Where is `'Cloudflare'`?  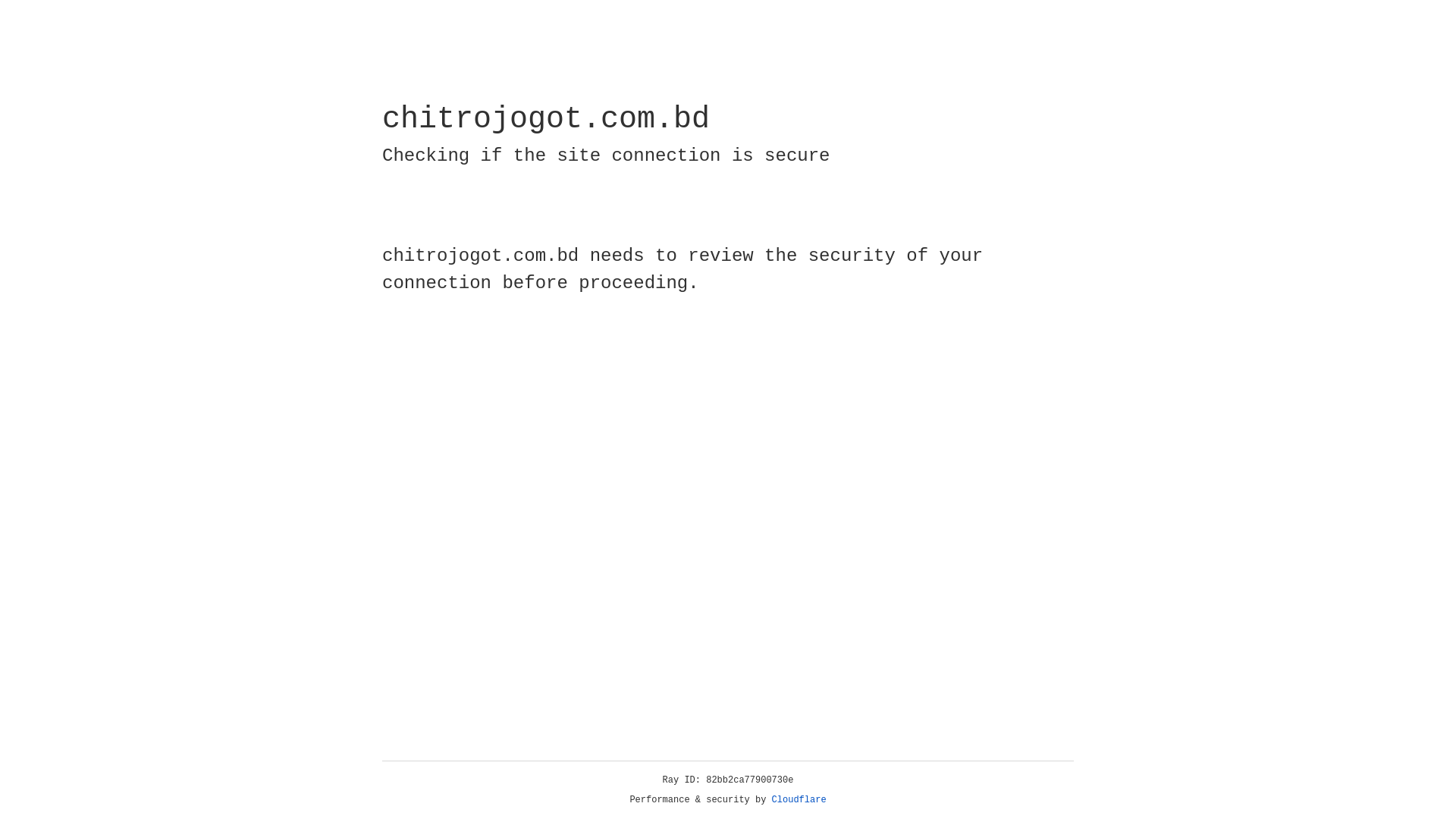 'Cloudflare' is located at coordinates (799, 799).